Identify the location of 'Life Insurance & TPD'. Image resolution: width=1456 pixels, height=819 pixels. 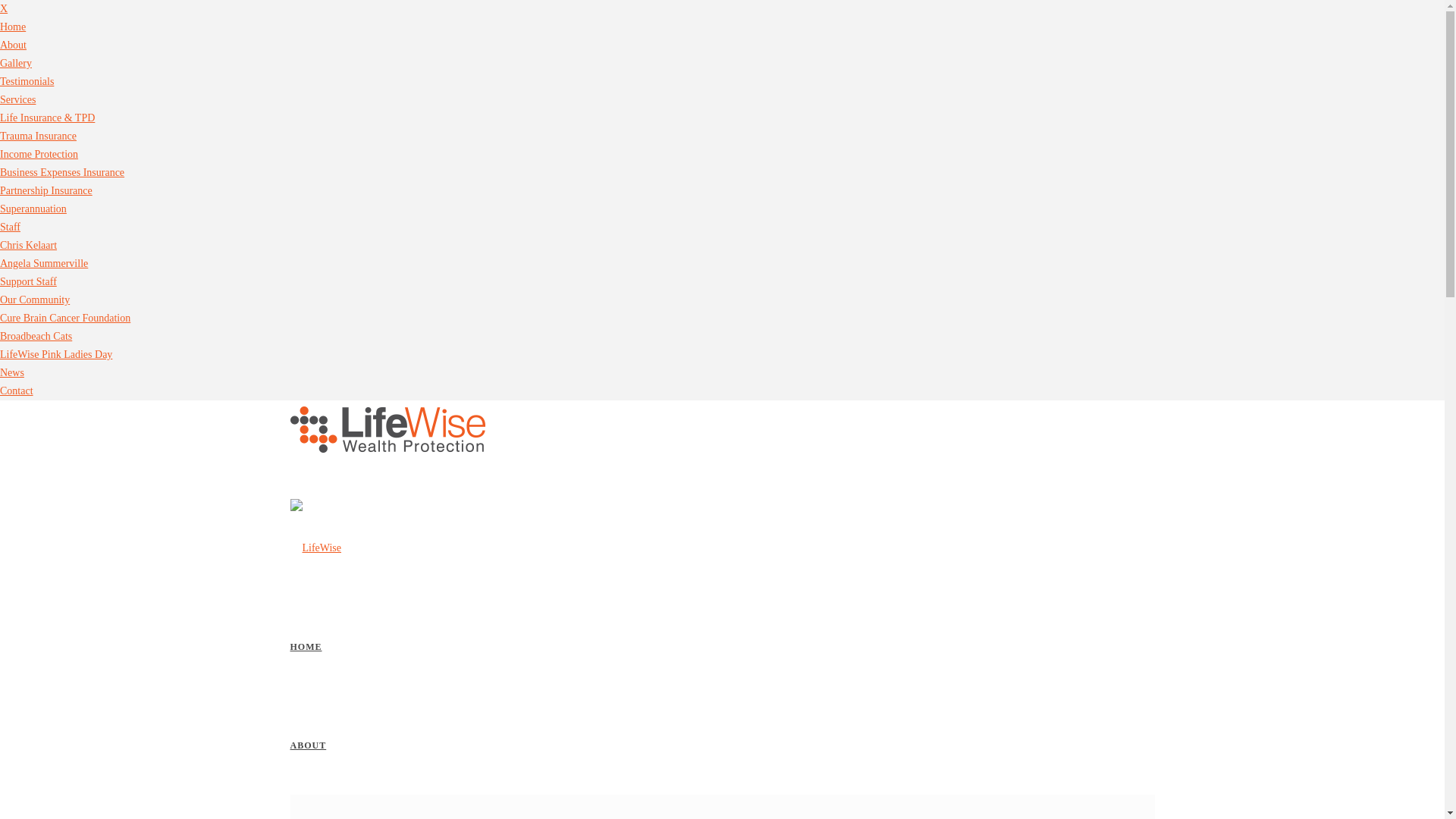
(47, 117).